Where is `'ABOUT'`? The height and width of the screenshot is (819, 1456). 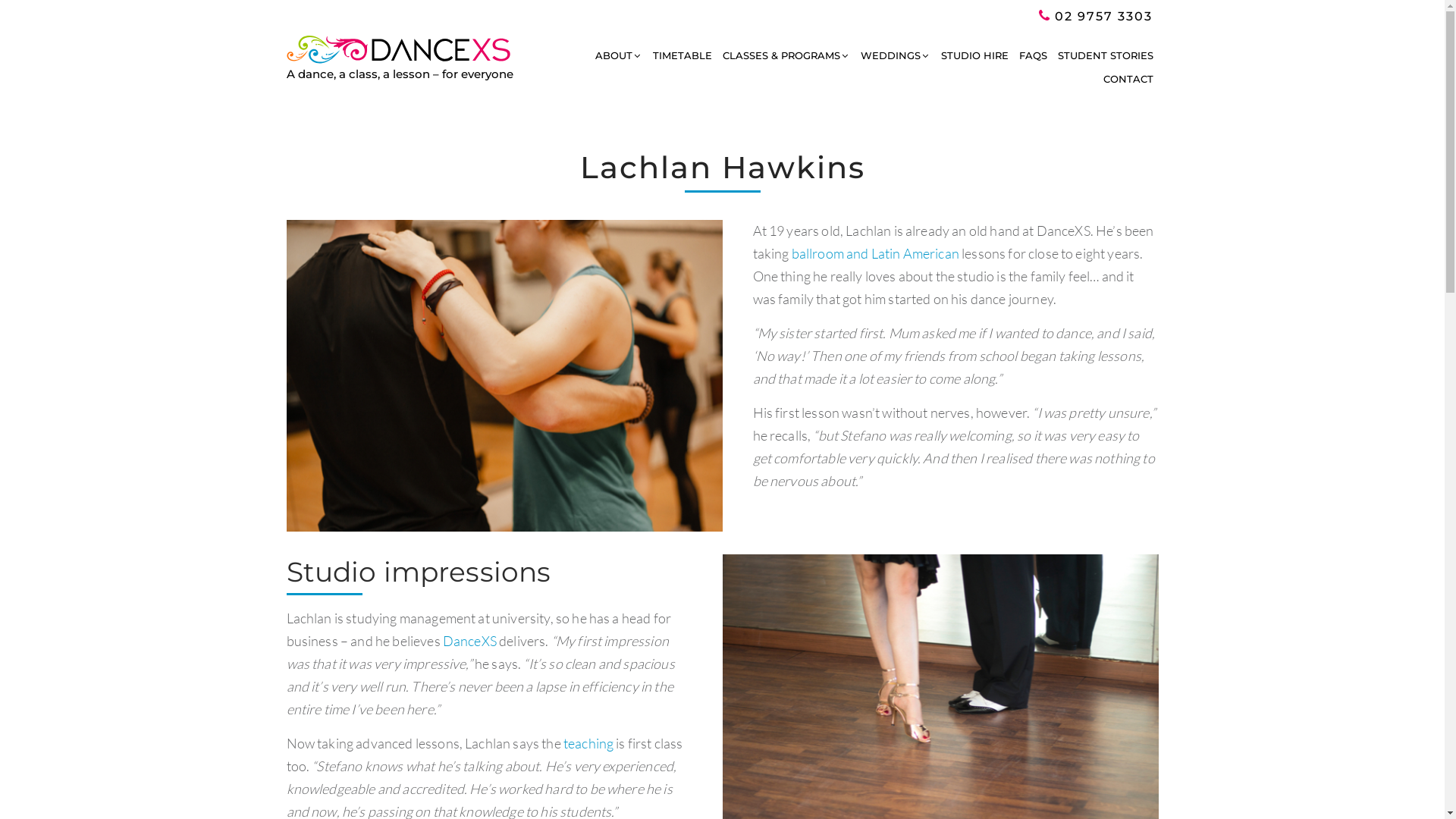
'ABOUT' is located at coordinates (619, 55).